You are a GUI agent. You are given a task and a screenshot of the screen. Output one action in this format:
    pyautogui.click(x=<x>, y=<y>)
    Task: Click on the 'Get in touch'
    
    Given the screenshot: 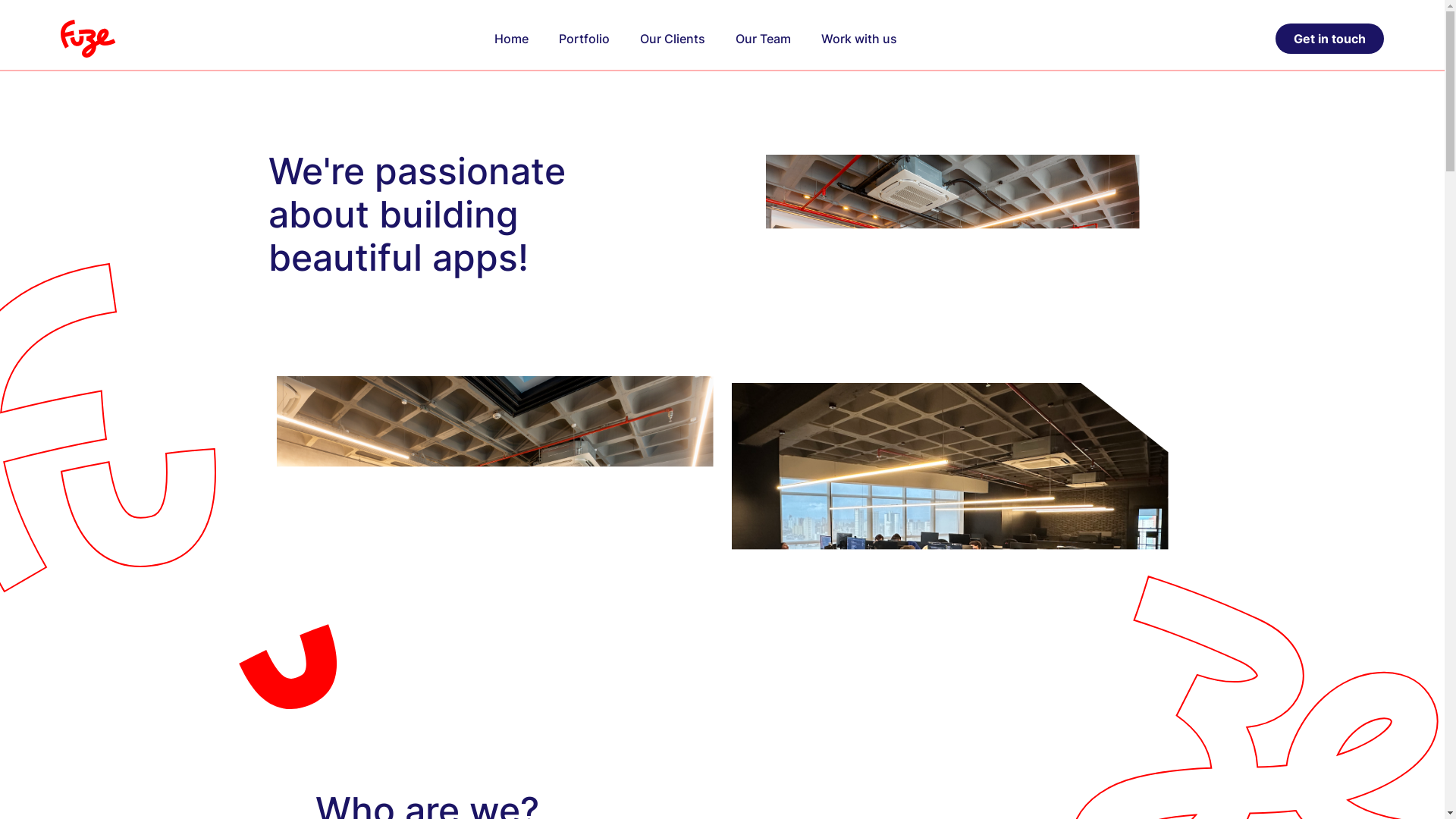 What is the action you would take?
    pyautogui.click(x=1329, y=37)
    